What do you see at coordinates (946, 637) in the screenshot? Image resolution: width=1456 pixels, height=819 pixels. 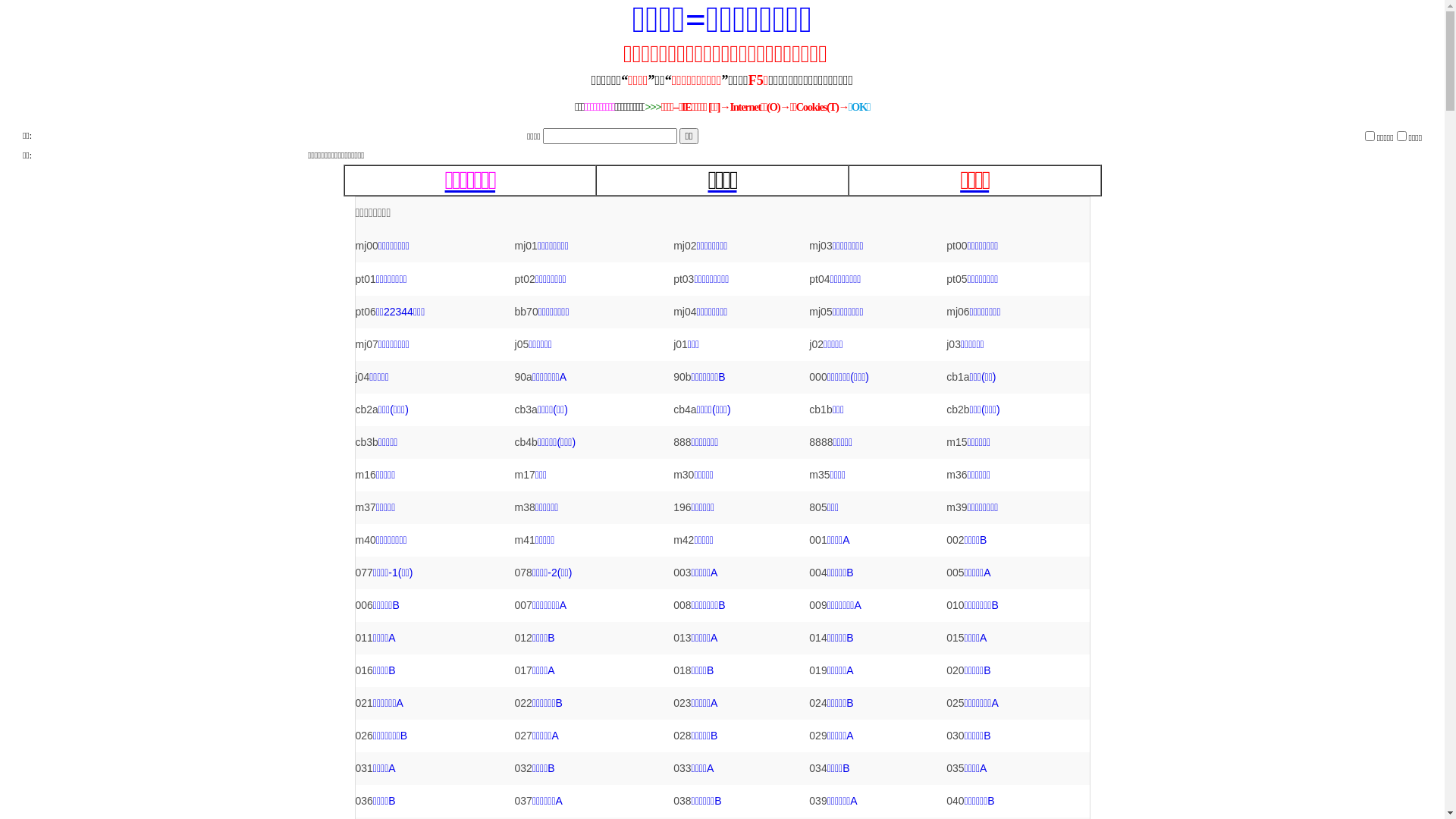 I see `'015'` at bounding box center [946, 637].